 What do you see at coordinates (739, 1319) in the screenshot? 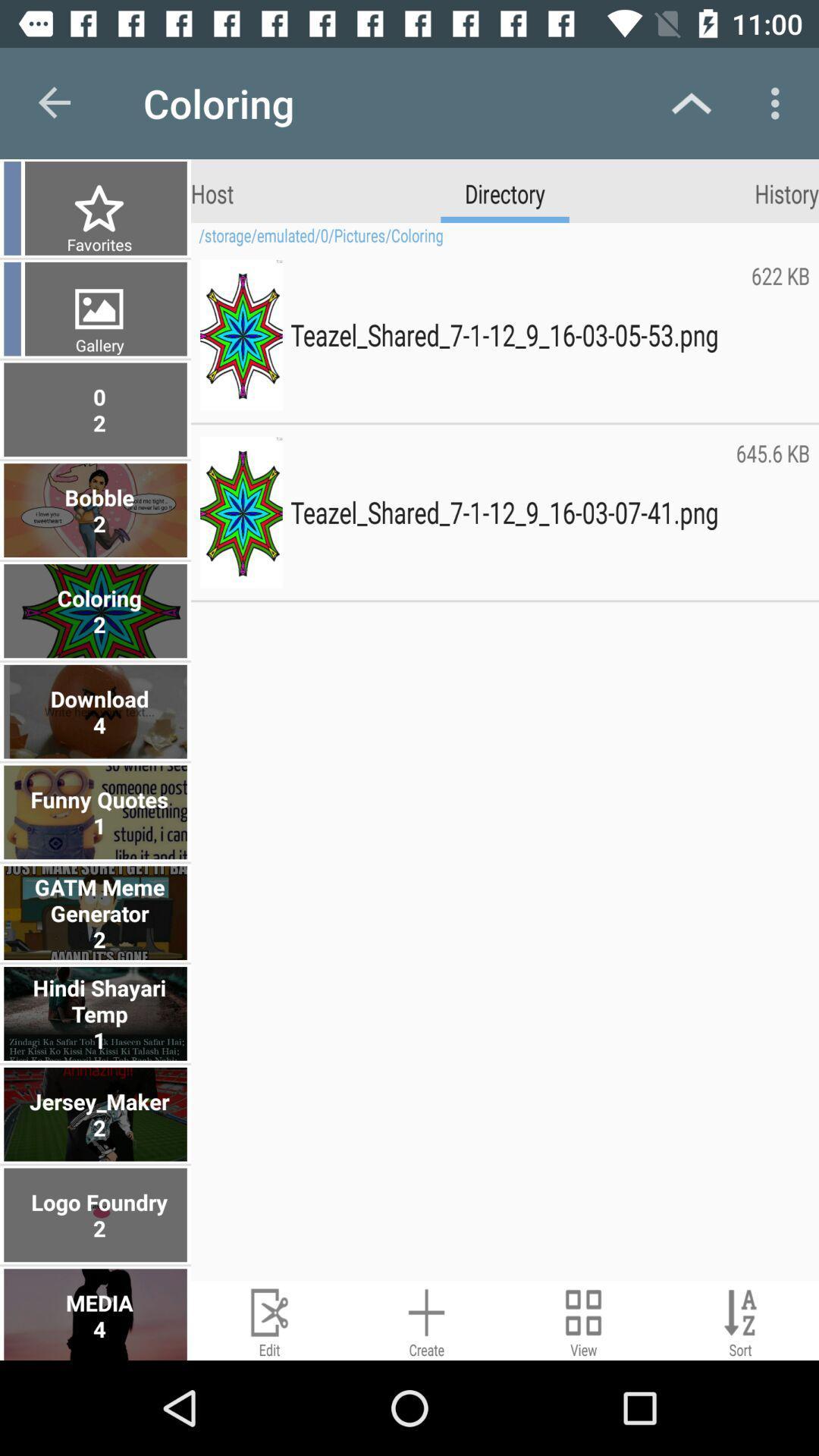
I see `sort a to z` at bounding box center [739, 1319].